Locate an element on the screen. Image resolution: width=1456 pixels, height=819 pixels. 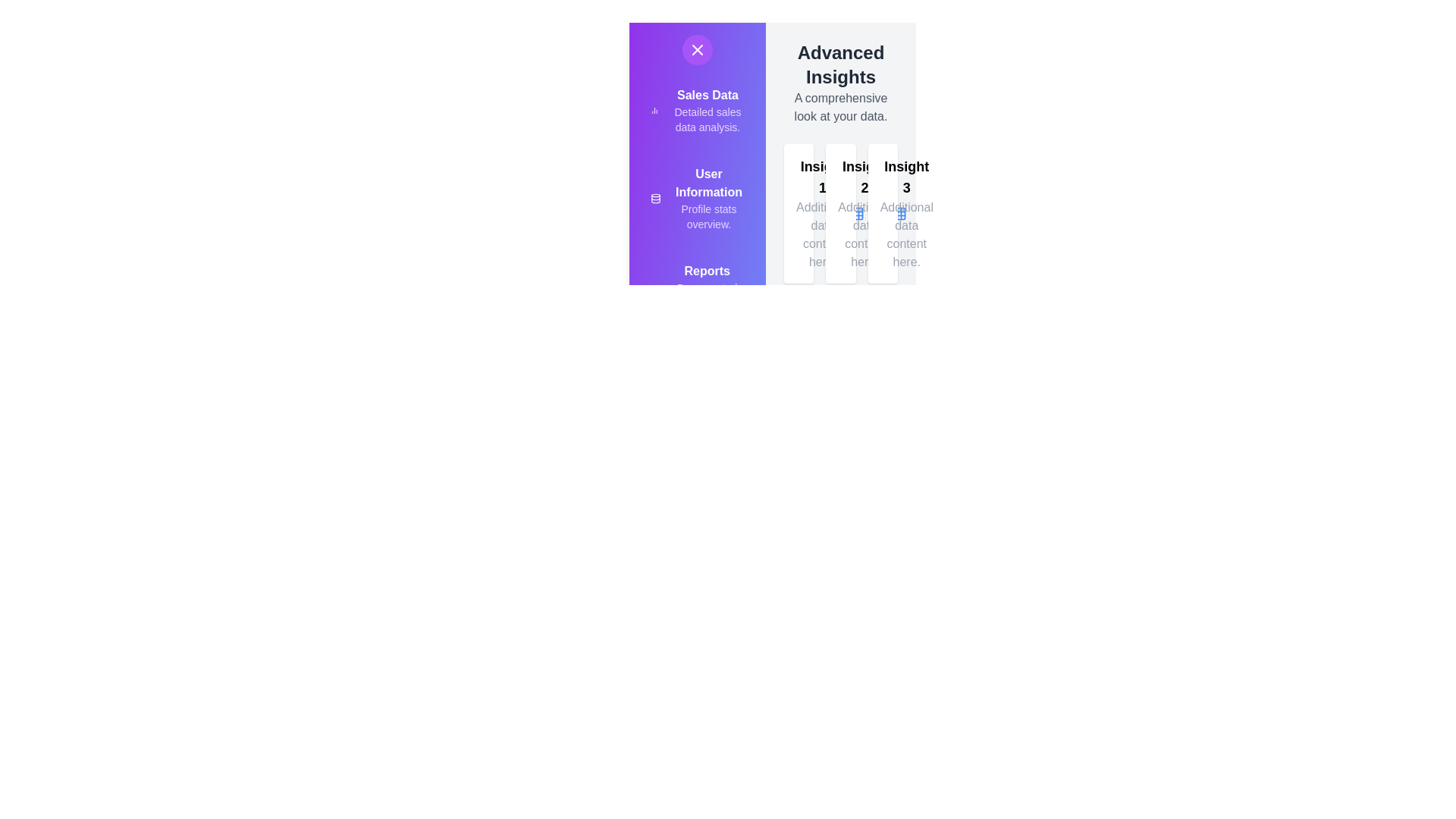
the menu item labeled 'Sales Data' to view its details is located at coordinates (697, 110).